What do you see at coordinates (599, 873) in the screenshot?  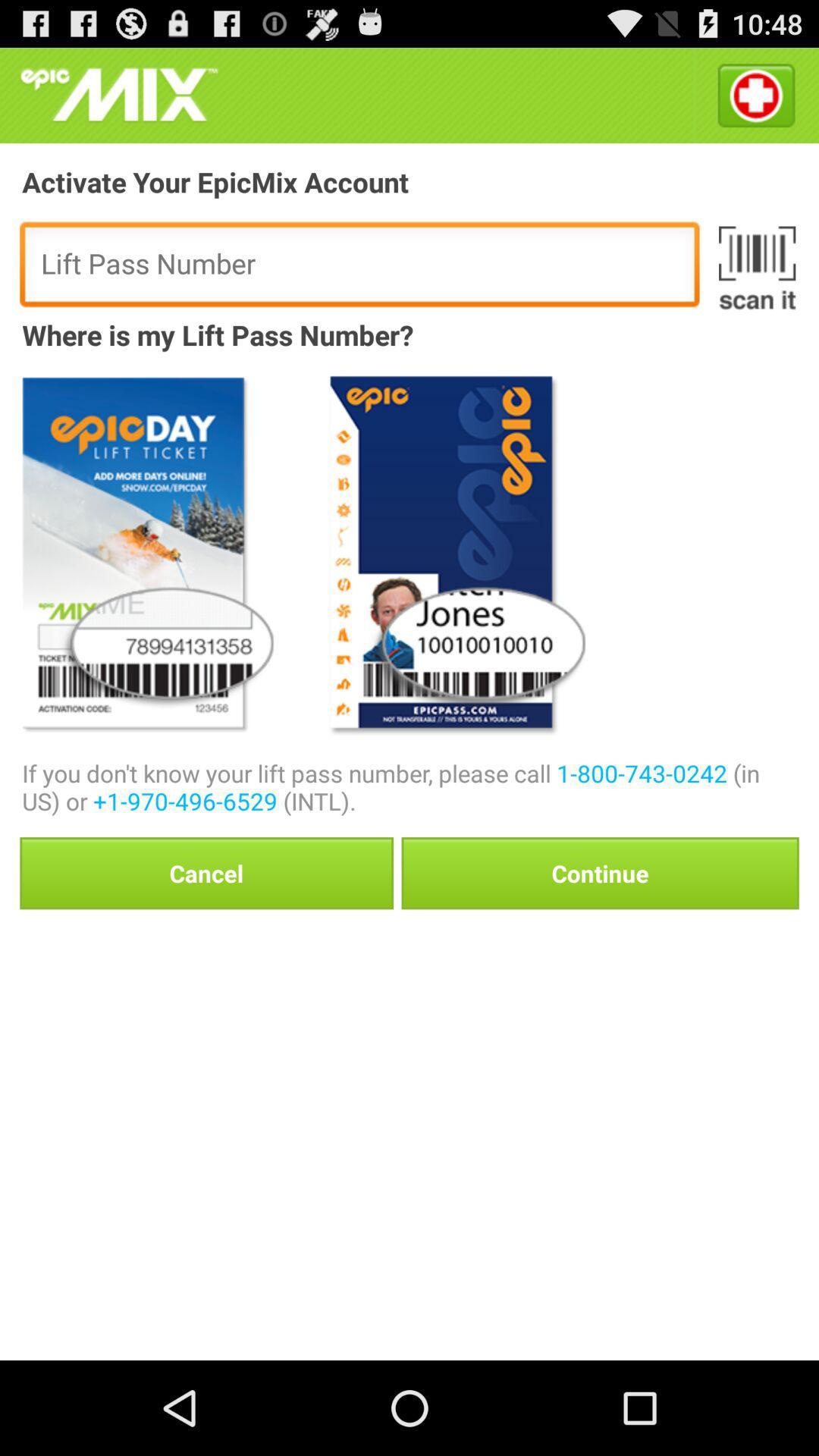 I see `the icon next to the cancel item` at bounding box center [599, 873].